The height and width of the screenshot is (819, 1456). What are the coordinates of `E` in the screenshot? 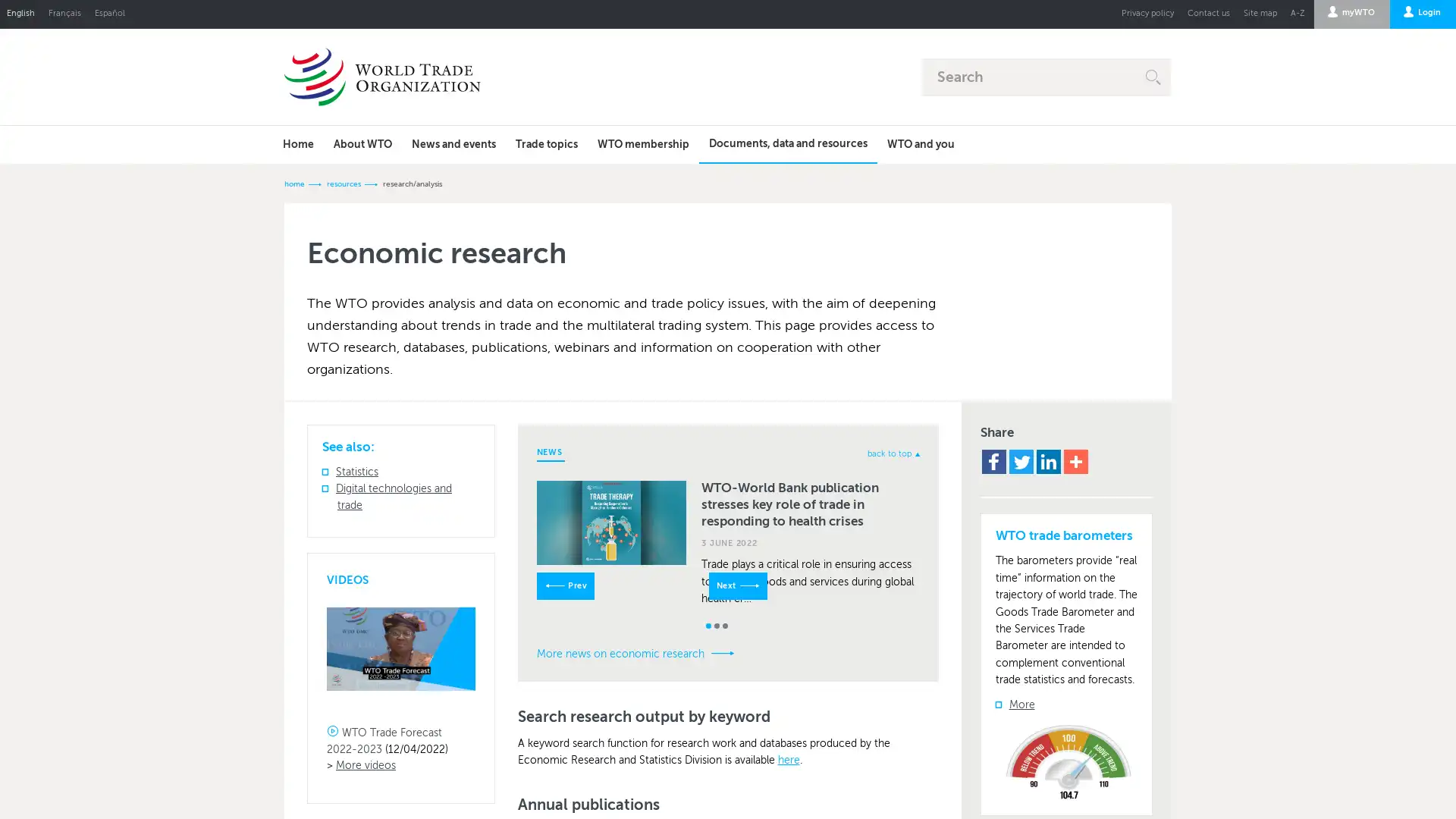 It's located at (1150, 77).